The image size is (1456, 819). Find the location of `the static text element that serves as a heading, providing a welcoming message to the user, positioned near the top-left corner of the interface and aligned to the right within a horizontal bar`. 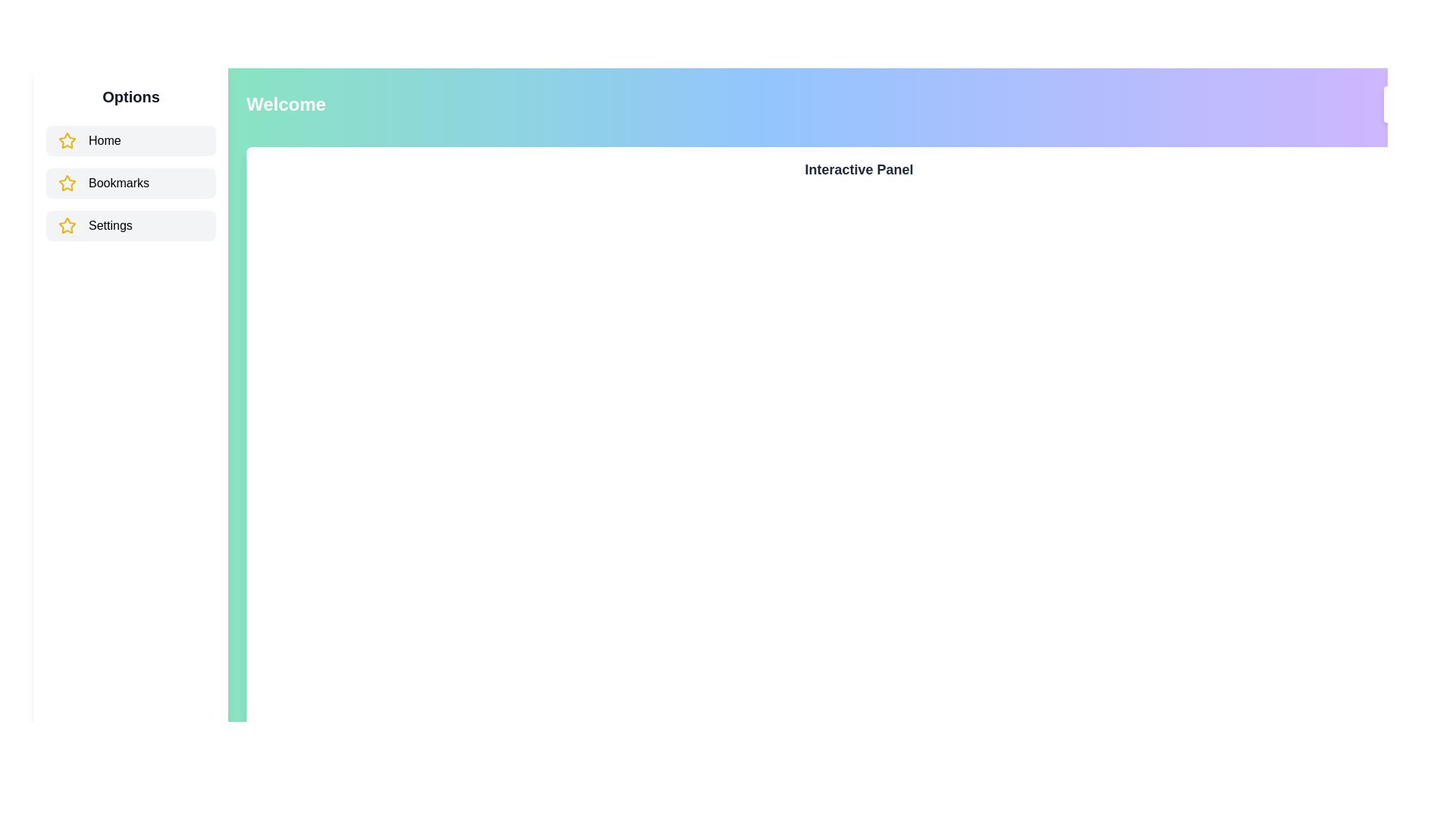

the static text element that serves as a heading, providing a welcoming message to the user, positioned near the top-left corner of the interface and aligned to the right within a horizontal bar is located at coordinates (286, 104).